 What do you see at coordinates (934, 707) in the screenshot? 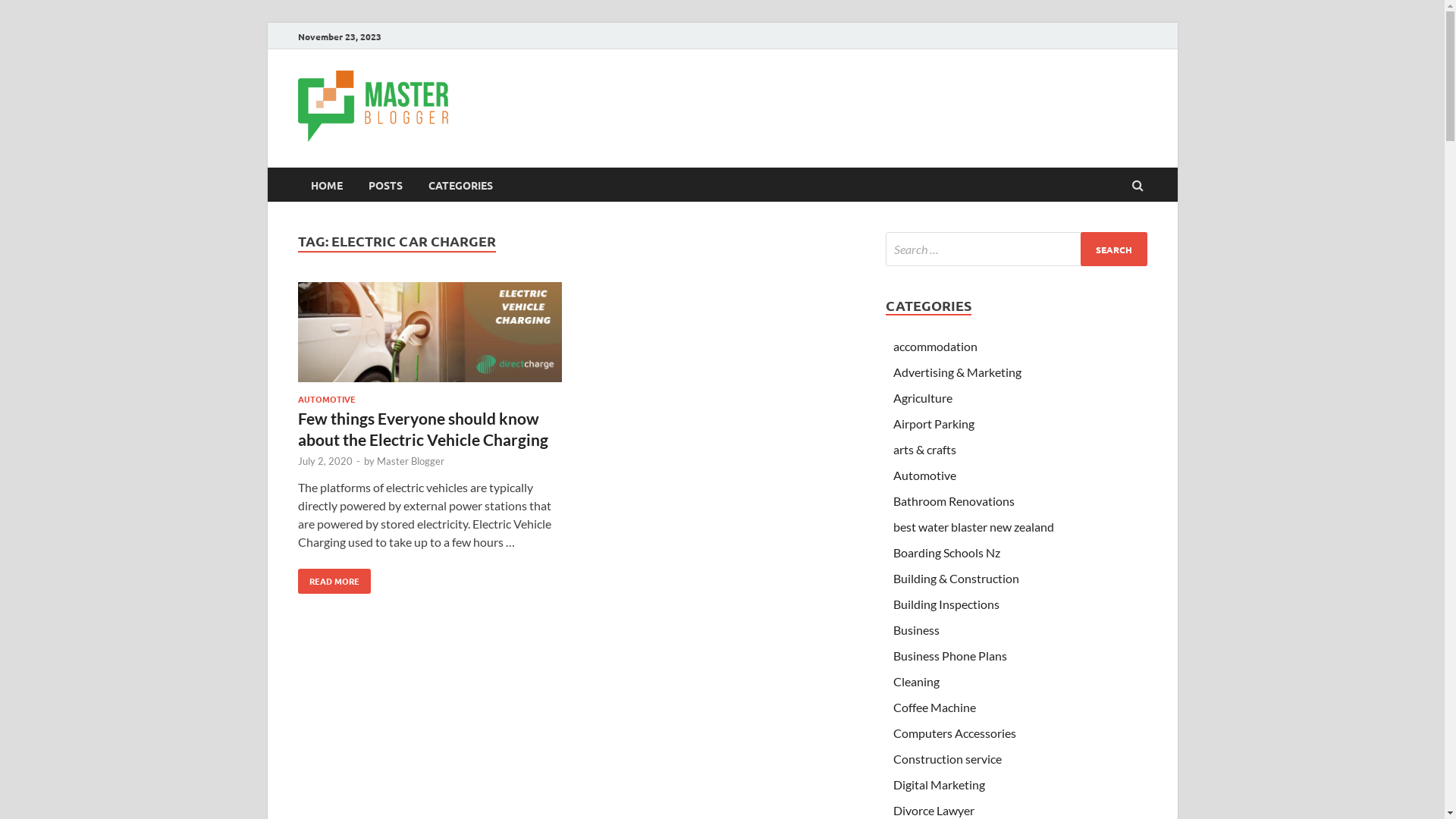
I see `'Coffee Machine'` at bounding box center [934, 707].